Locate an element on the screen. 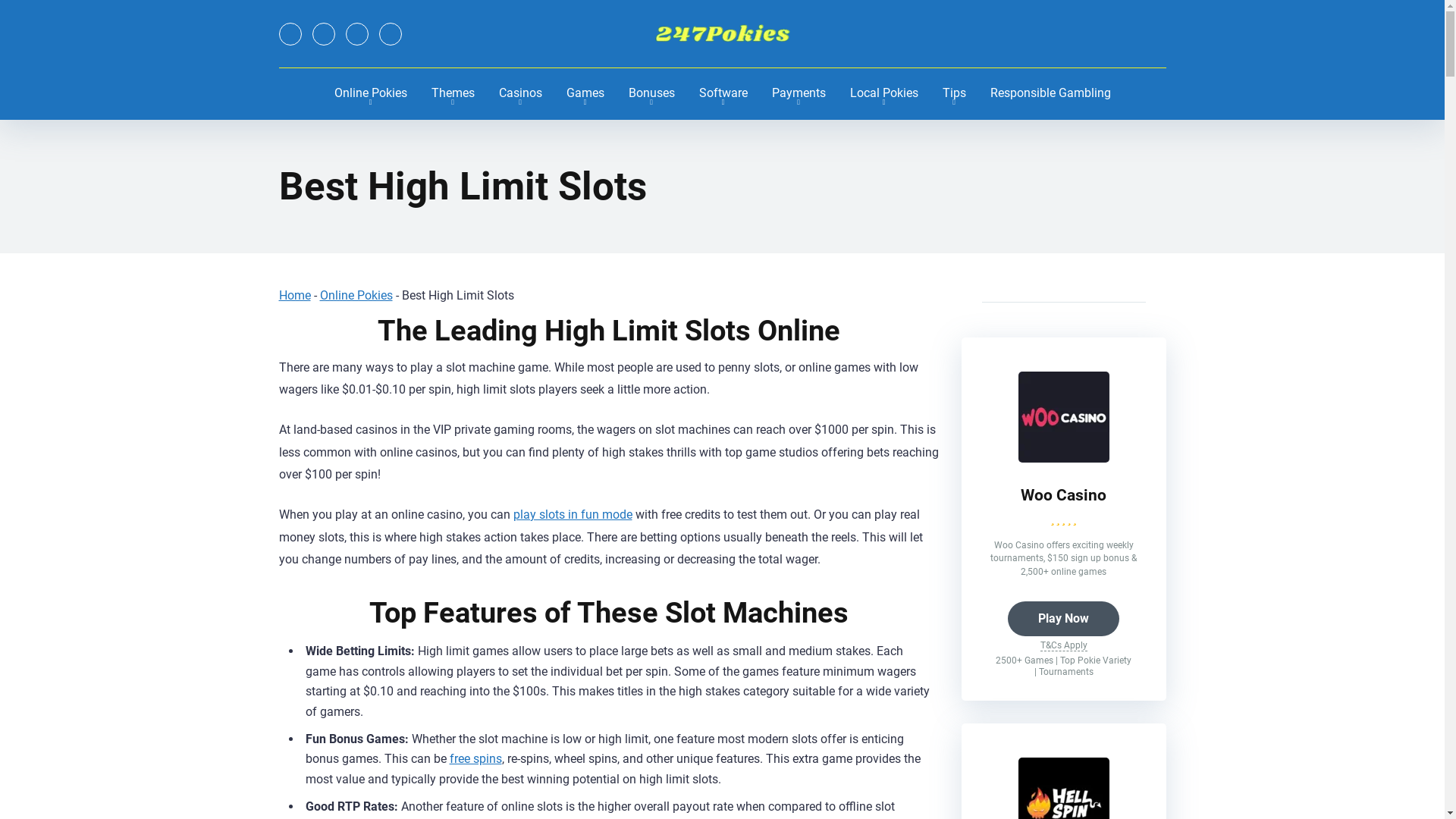 This screenshot has height=819, width=1456. 'Games' is located at coordinates (584, 93).